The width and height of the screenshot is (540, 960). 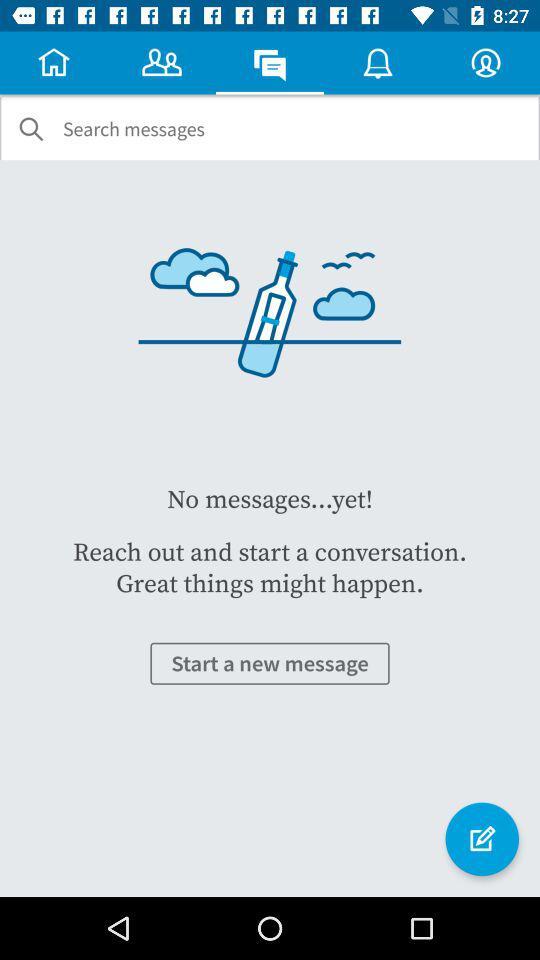 I want to click on the third message icon from the top left, so click(x=270, y=62).